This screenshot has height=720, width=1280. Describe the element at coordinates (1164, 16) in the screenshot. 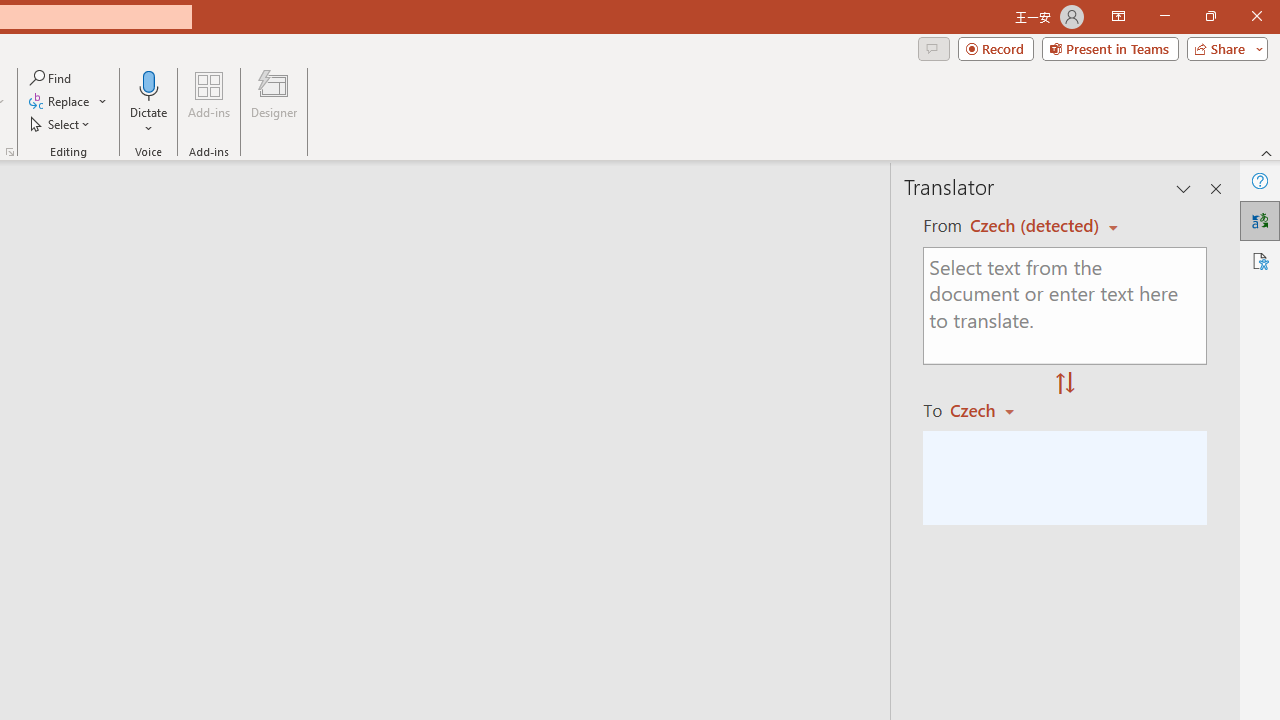

I see `'Minimize'` at that location.